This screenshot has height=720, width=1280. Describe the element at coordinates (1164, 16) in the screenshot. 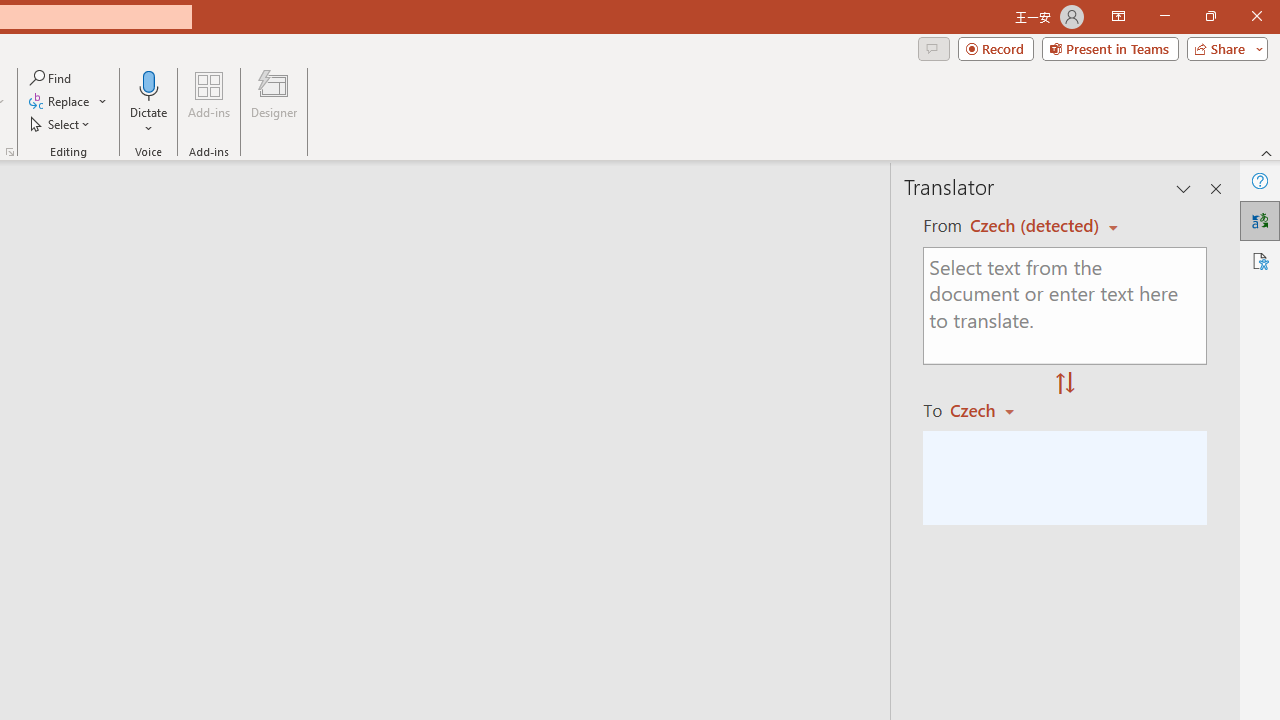

I see `'Minimize'` at that location.